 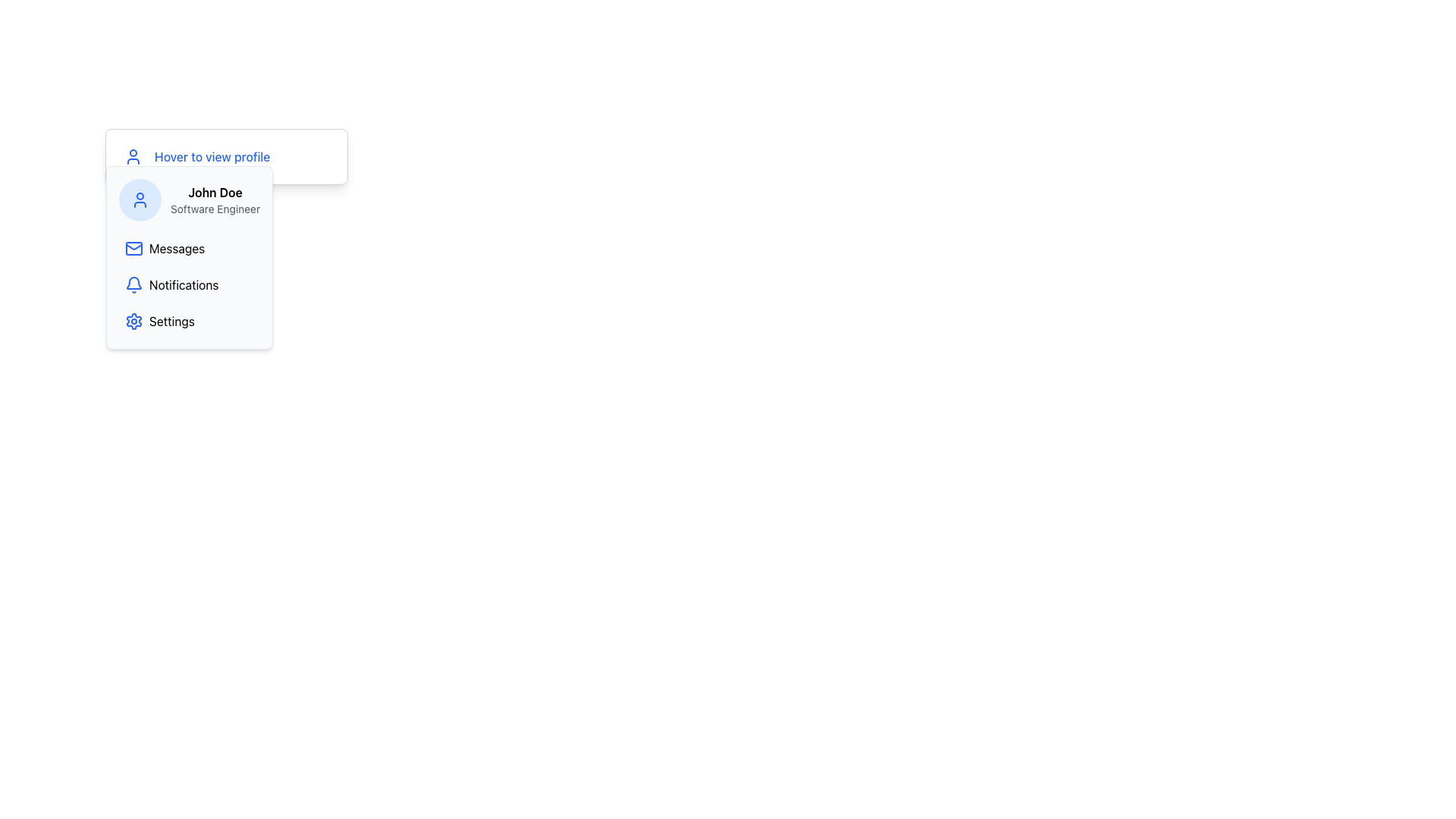 I want to click on the Text Label displaying 'John Doe' in bold font, located above the 'Software Engineer' text in the profile menu section, so click(x=215, y=192).